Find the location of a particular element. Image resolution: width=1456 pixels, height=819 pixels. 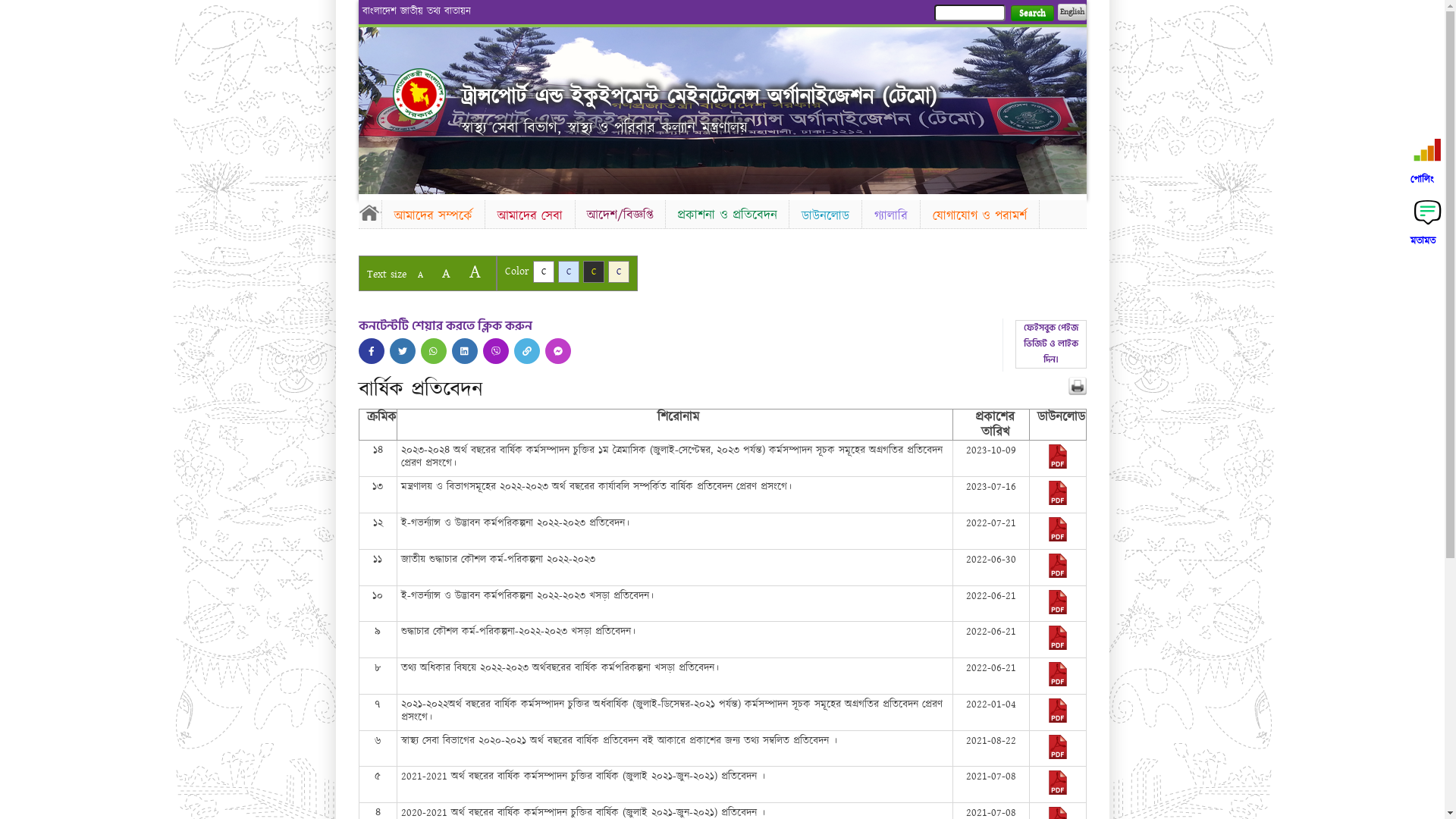

'C' is located at coordinates (542, 271).